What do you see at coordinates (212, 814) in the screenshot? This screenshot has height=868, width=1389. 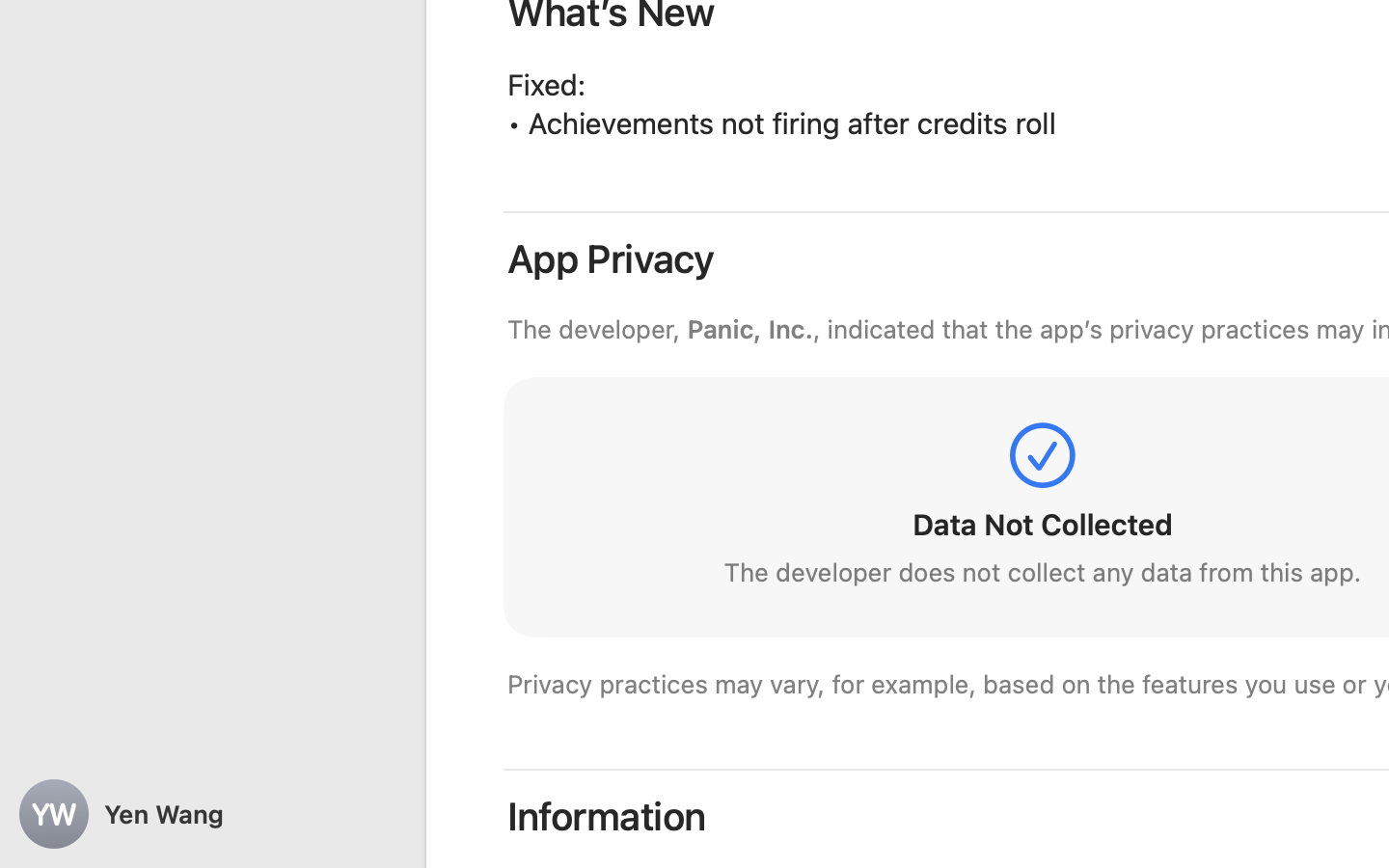 I see `'Yen Wang'` at bounding box center [212, 814].